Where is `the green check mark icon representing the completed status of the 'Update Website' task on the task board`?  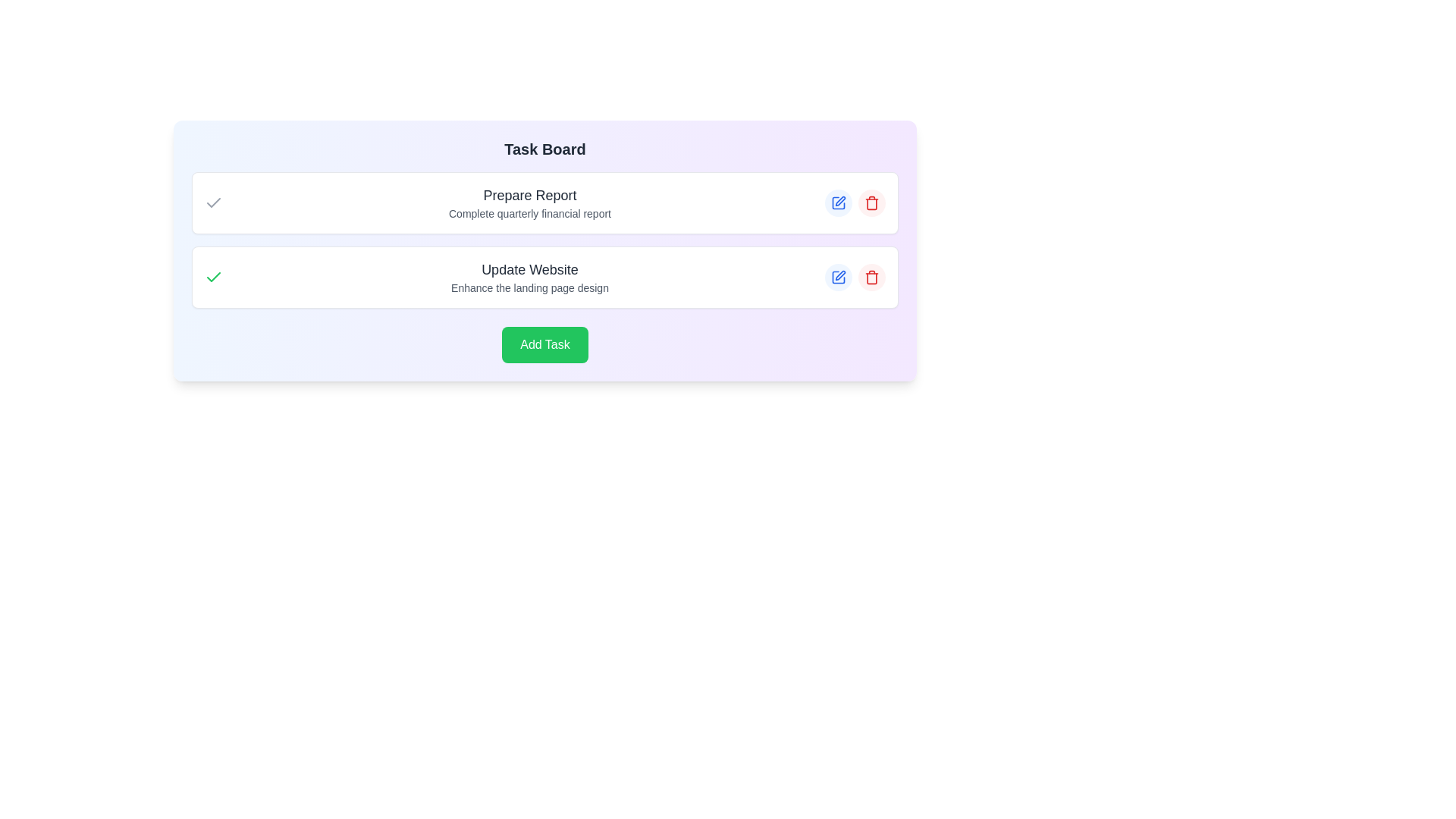
the green check mark icon representing the completed status of the 'Update Website' task on the task board is located at coordinates (213, 278).